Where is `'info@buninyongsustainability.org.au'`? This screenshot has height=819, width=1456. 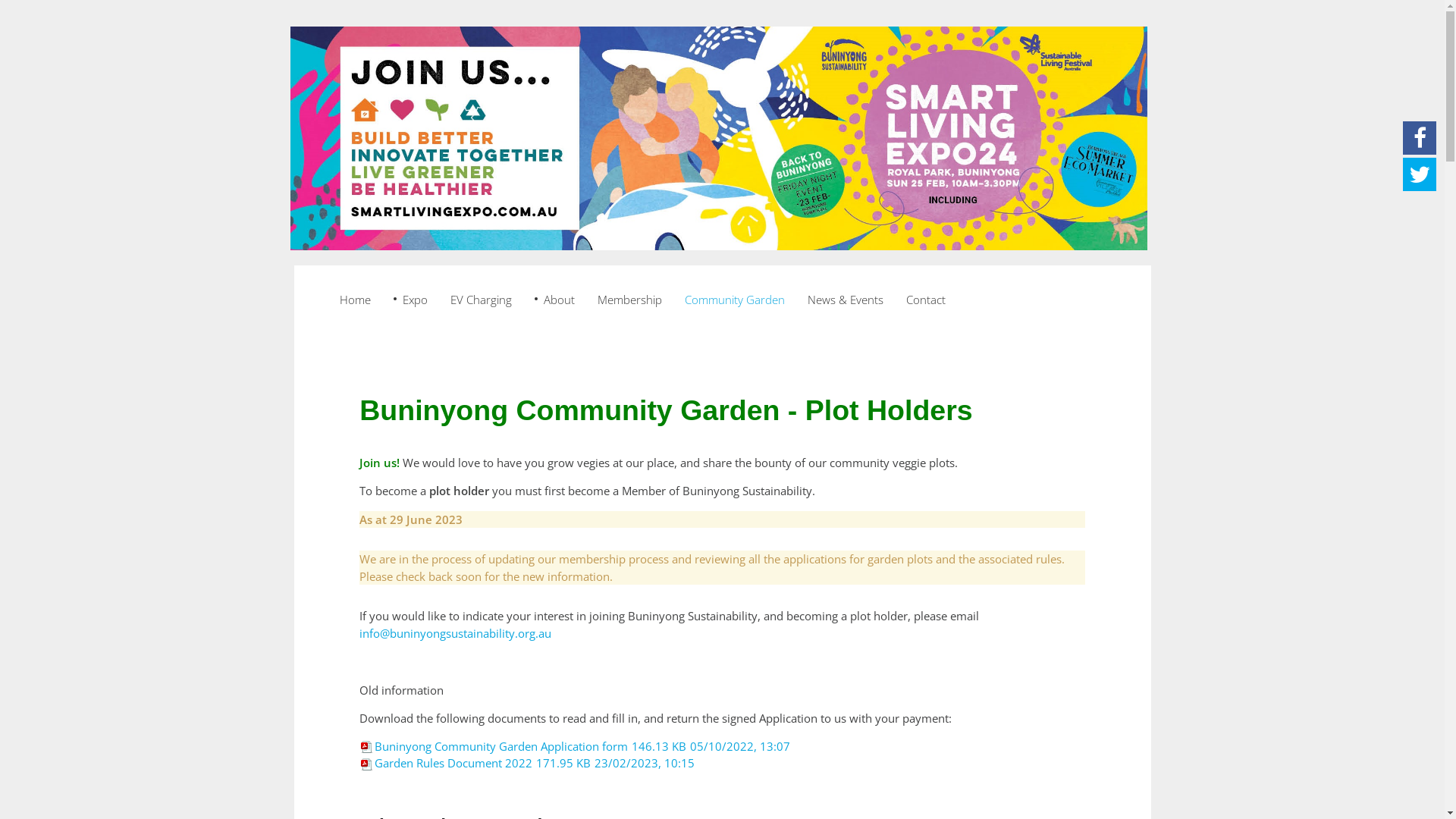 'info@buninyongsustainability.org.au' is located at coordinates (454, 632).